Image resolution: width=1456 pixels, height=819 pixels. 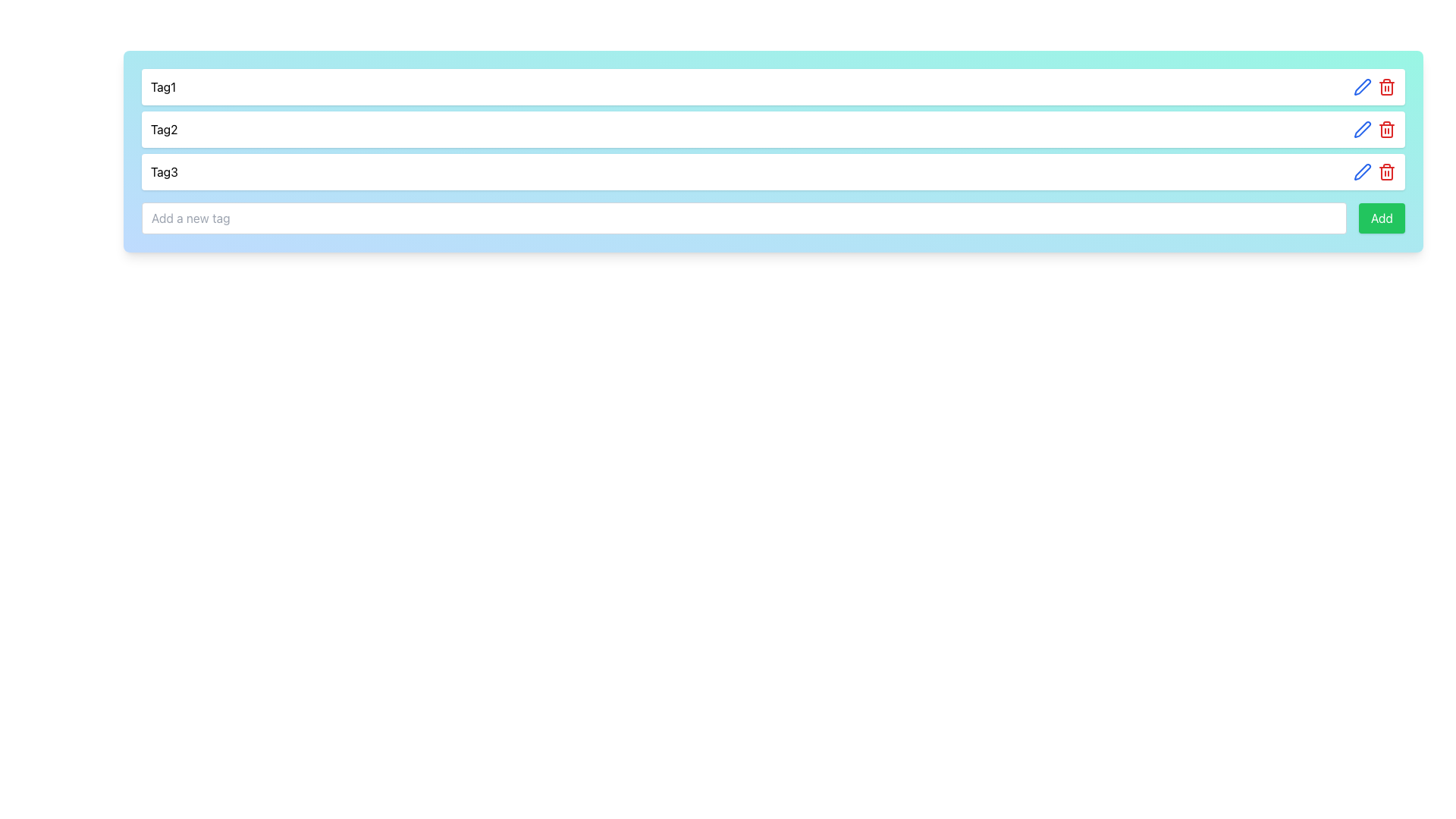 I want to click on the text label reading 'Tag2', which is the second label in a vertically-aligned list of tags, positioned below 'Tag1' and above 'Tag3', so click(x=164, y=128).